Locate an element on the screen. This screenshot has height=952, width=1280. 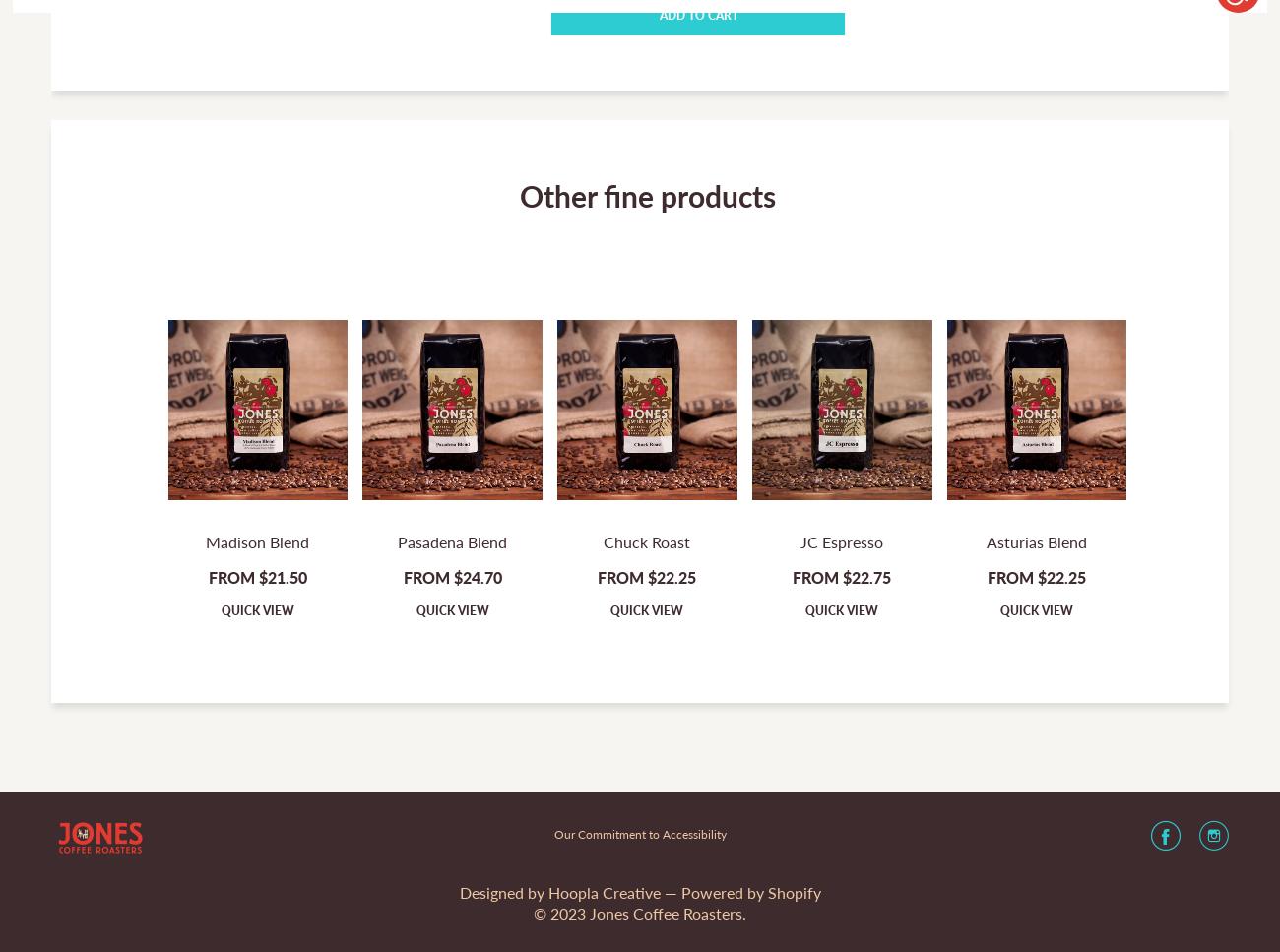
'Pasadena Blend' is located at coordinates (451, 541).